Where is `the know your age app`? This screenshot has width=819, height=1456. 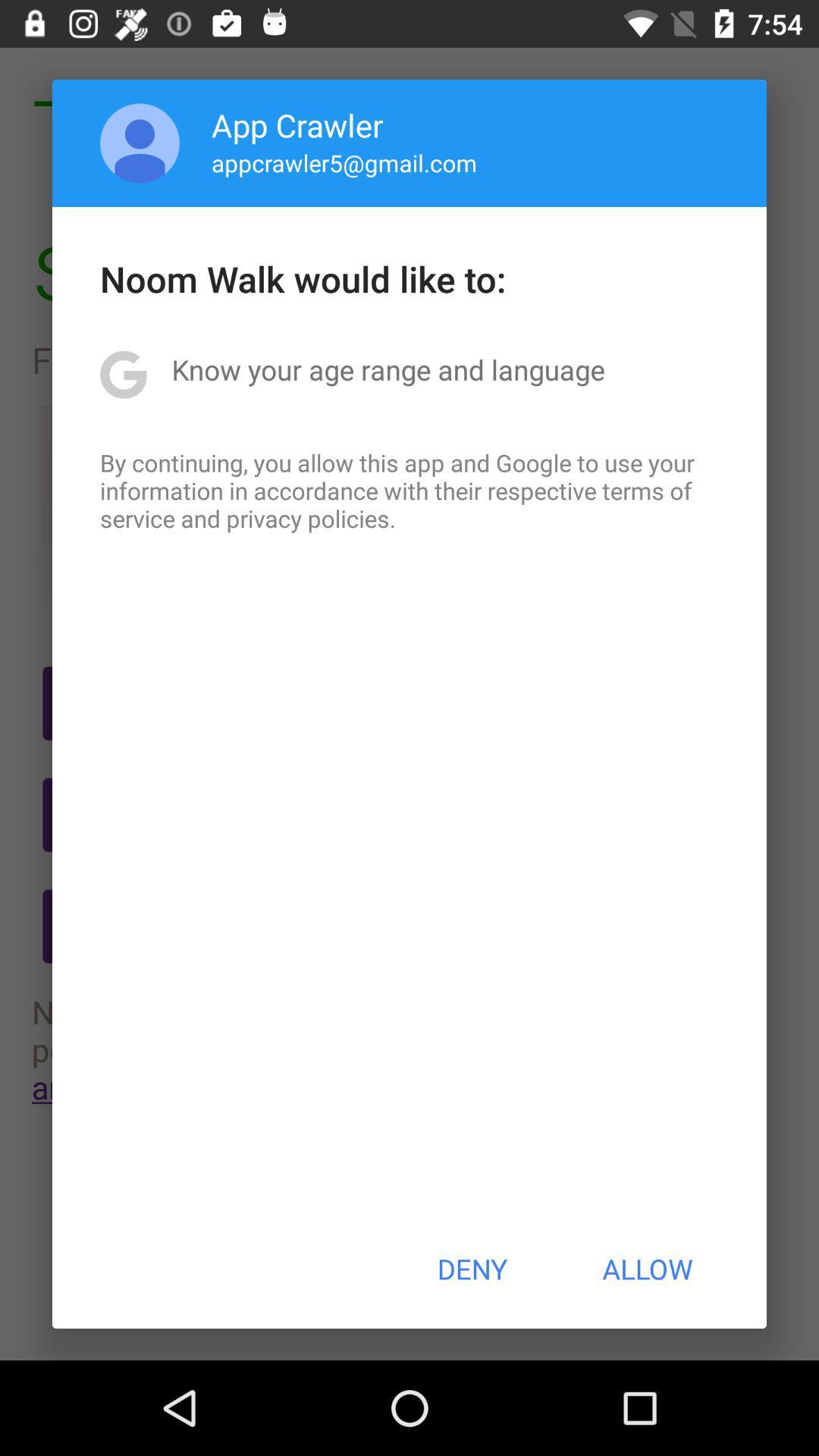
the know your age app is located at coordinates (388, 369).